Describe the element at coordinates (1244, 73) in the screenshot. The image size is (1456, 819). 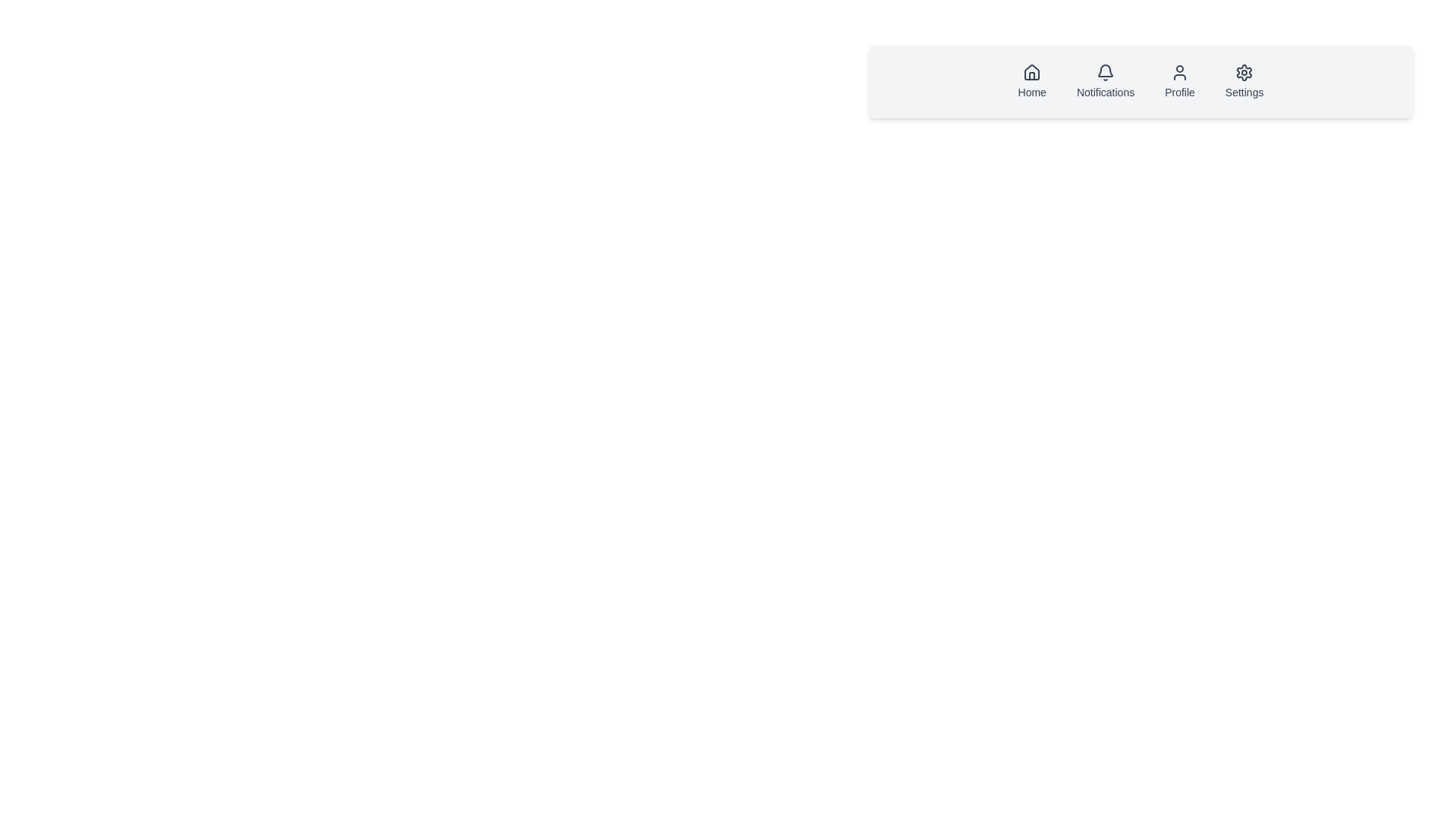
I see `the Settings icon located in the top-right corner of the navigation bar, which is the last icon in a row of navigation items` at that location.